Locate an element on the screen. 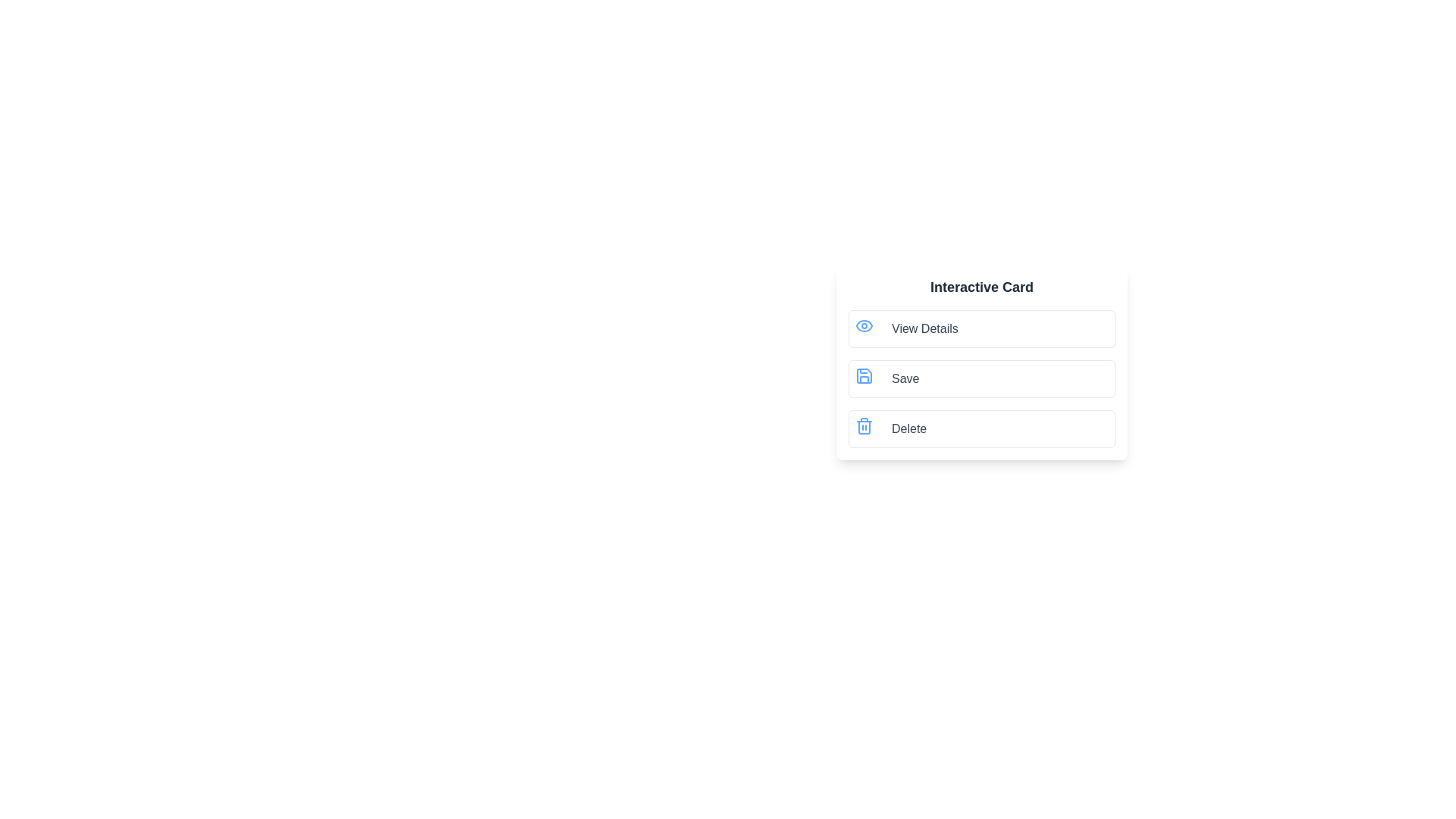 Image resolution: width=1456 pixels, height=819 pixels. the delete action icon, which is the third icon in a vertical list within a card layout is located at coordinates (864, 426).